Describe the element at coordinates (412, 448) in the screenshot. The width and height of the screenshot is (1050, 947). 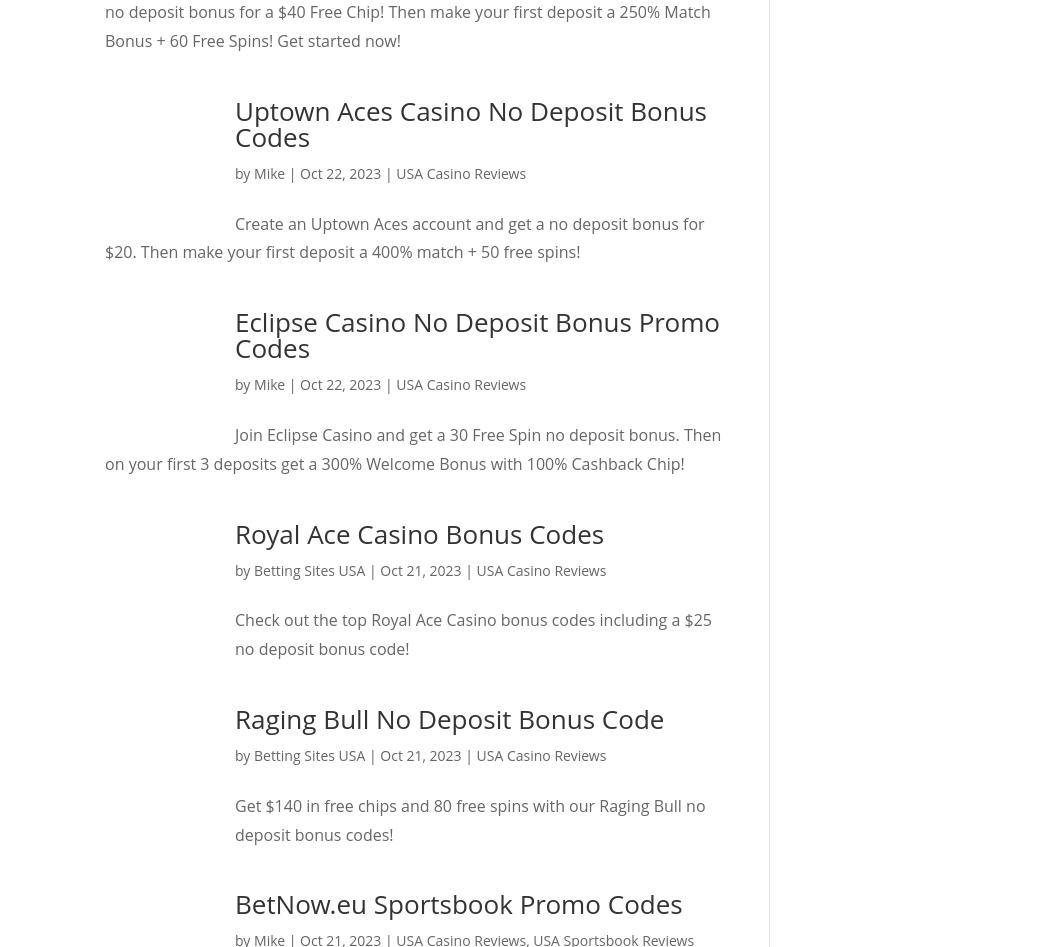
I see `'Join Eclipse Casino and get a 30 Free Spin no deposit bonus. Then on your first 3 deposits get a 300% Welcome Bonus with 100% Cashback Chip!'` at that location.